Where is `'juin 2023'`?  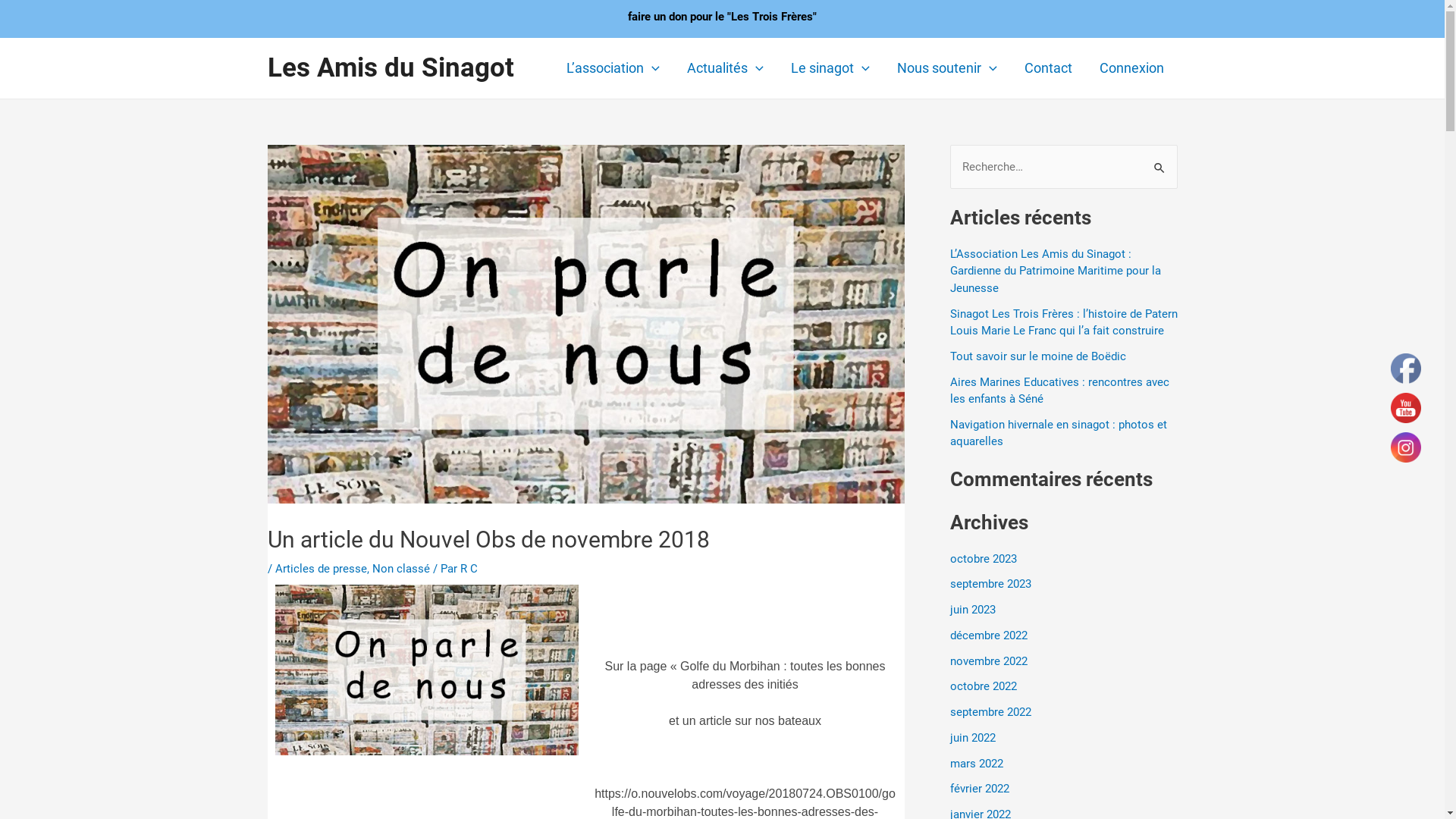
'juin 2023' is located at coordinates (971, 608).